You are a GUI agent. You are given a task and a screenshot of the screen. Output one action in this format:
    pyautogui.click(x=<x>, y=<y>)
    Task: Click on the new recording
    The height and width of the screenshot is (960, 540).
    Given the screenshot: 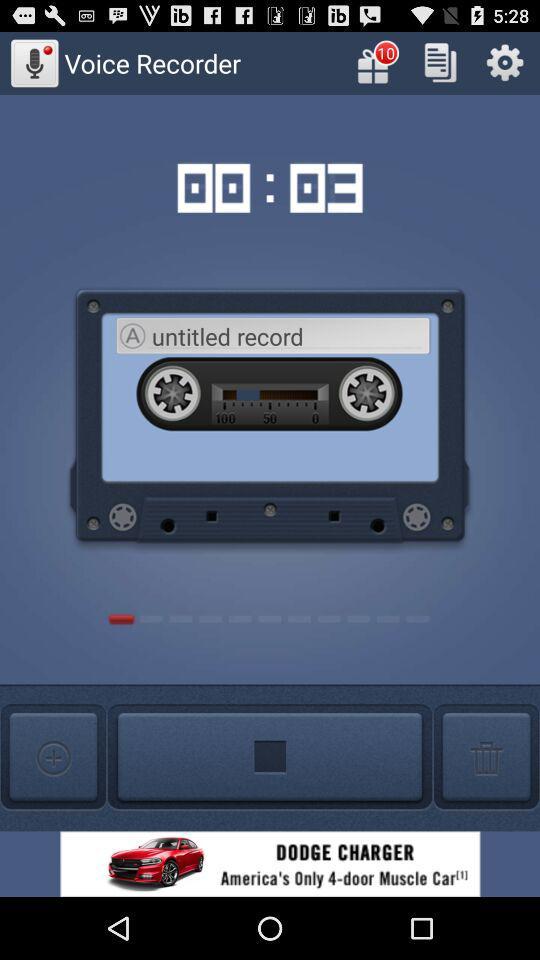 What is the action you would take?
    pyautogui.click(x=53, y=756)
    